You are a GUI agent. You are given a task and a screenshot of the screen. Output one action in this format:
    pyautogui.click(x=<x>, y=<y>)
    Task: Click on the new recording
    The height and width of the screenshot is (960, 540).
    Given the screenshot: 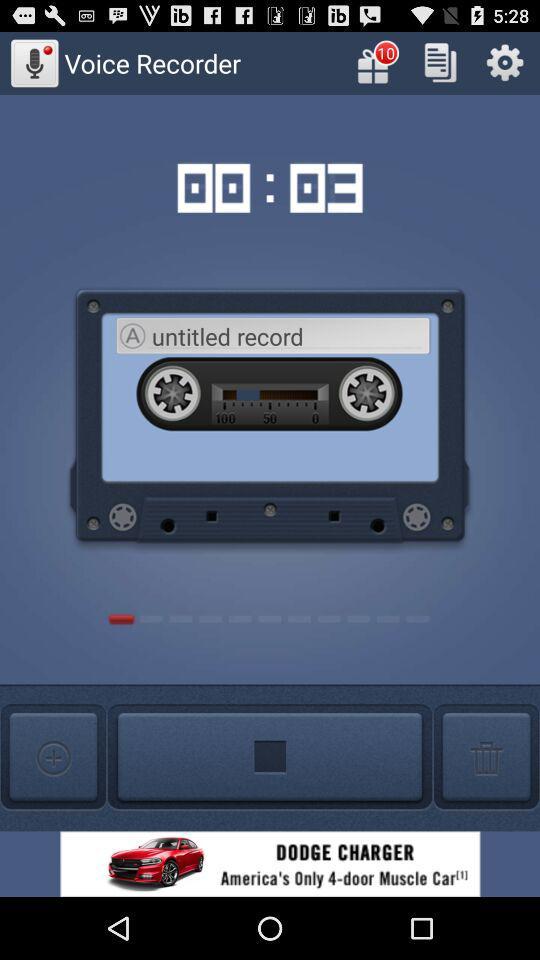 What is the action you would take?
    pyautogui.click(x=53, y=756)
    